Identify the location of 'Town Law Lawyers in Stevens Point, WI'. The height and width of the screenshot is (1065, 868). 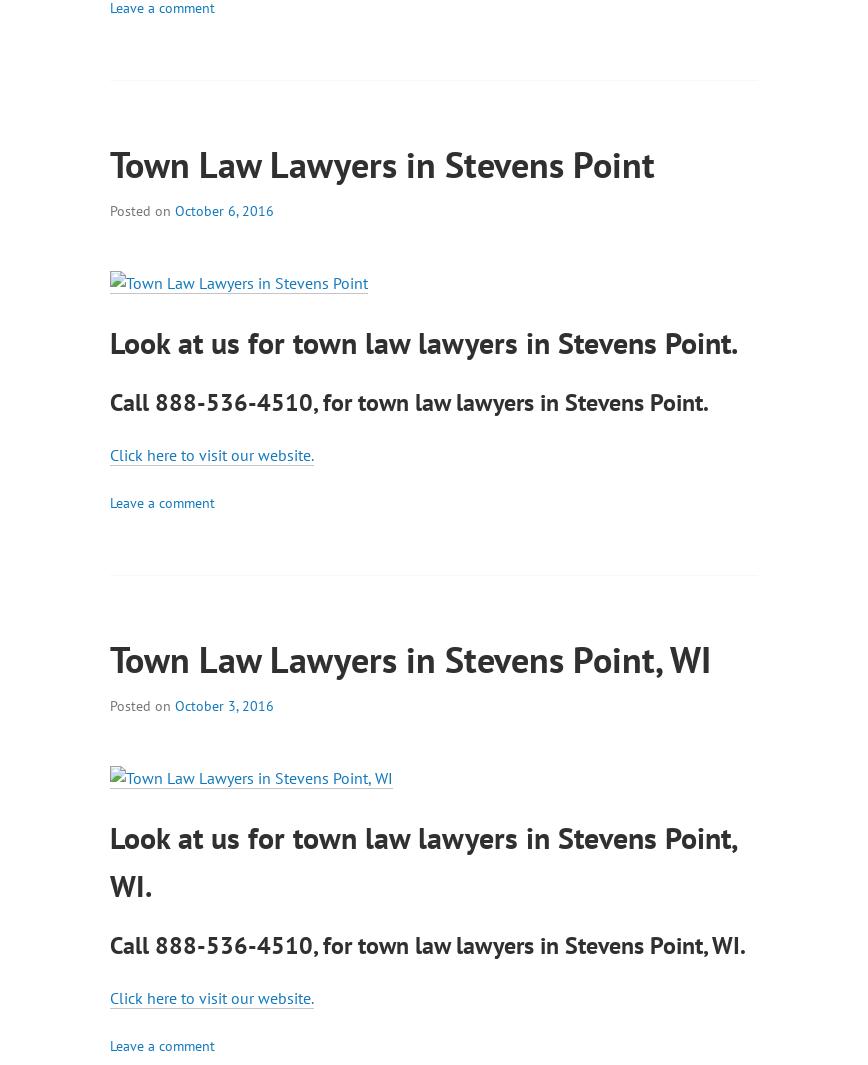
(410, 658).